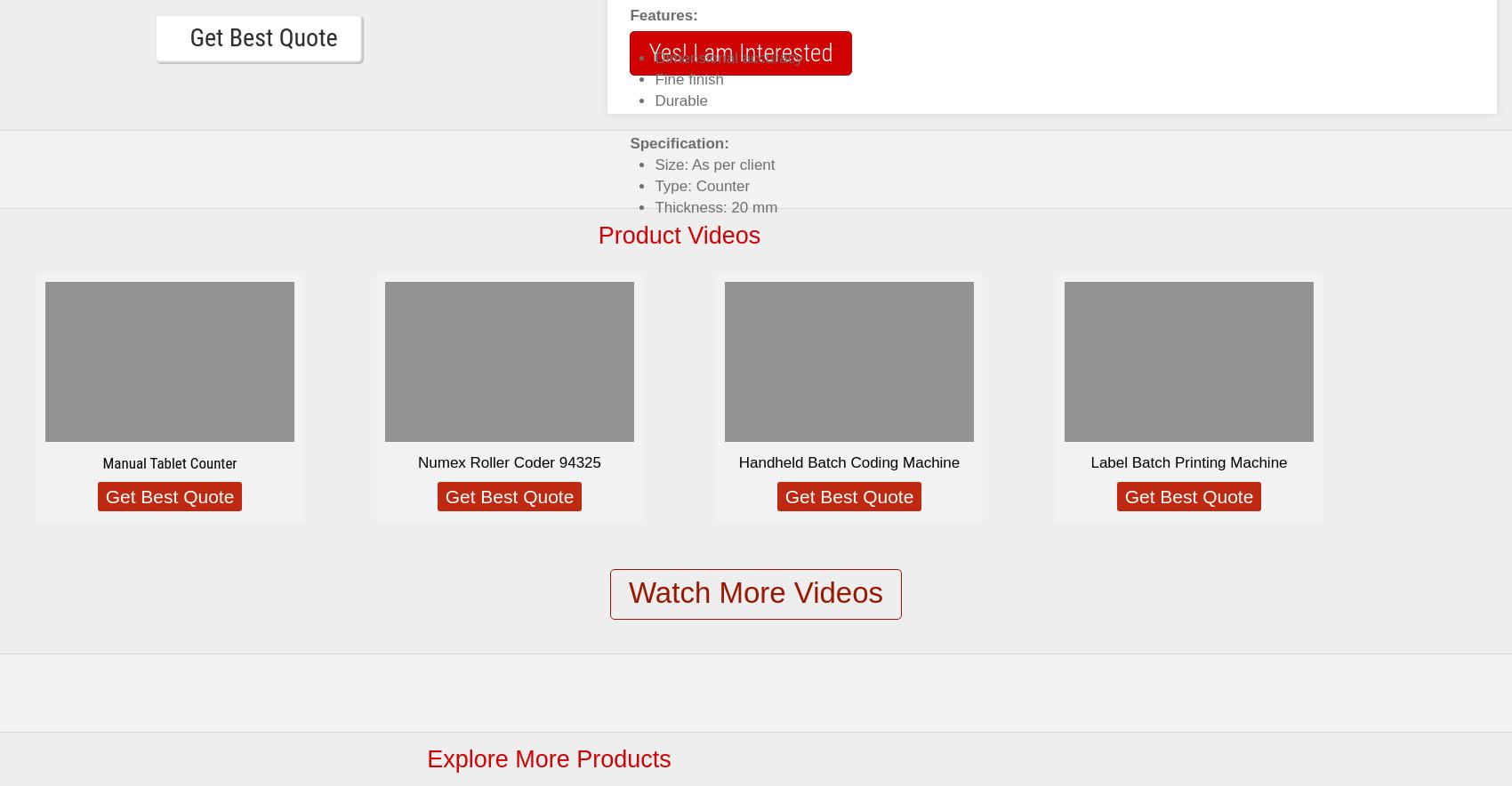 The height and width of the screenshot is (786, 1512). What do you see at coordinates (754, 592) in the screenshot?
I see `'Watch More Videos'` at bounding box center [754, 592].